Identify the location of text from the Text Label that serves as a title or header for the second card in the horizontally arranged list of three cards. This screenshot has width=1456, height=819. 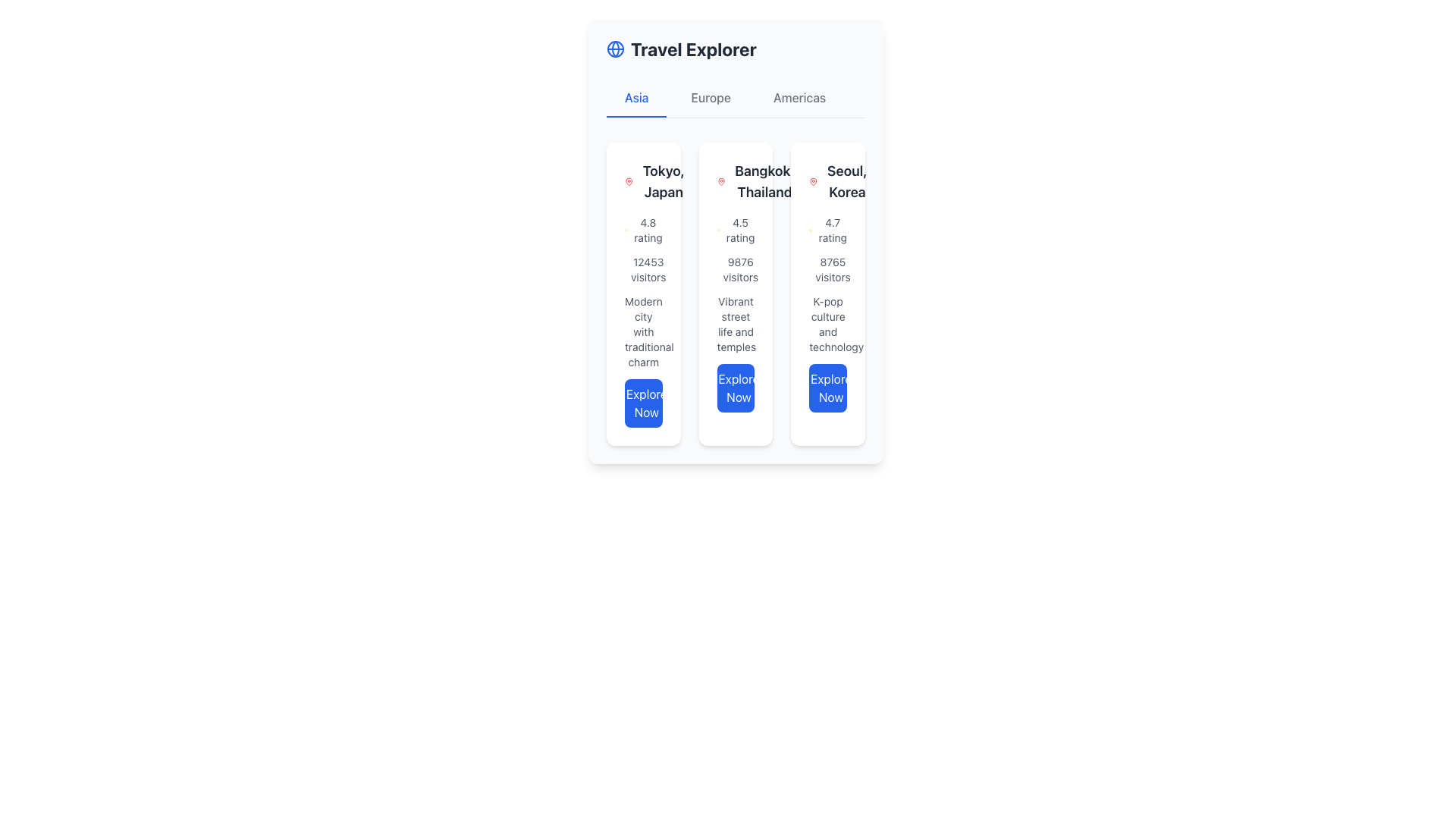
(764, 180).